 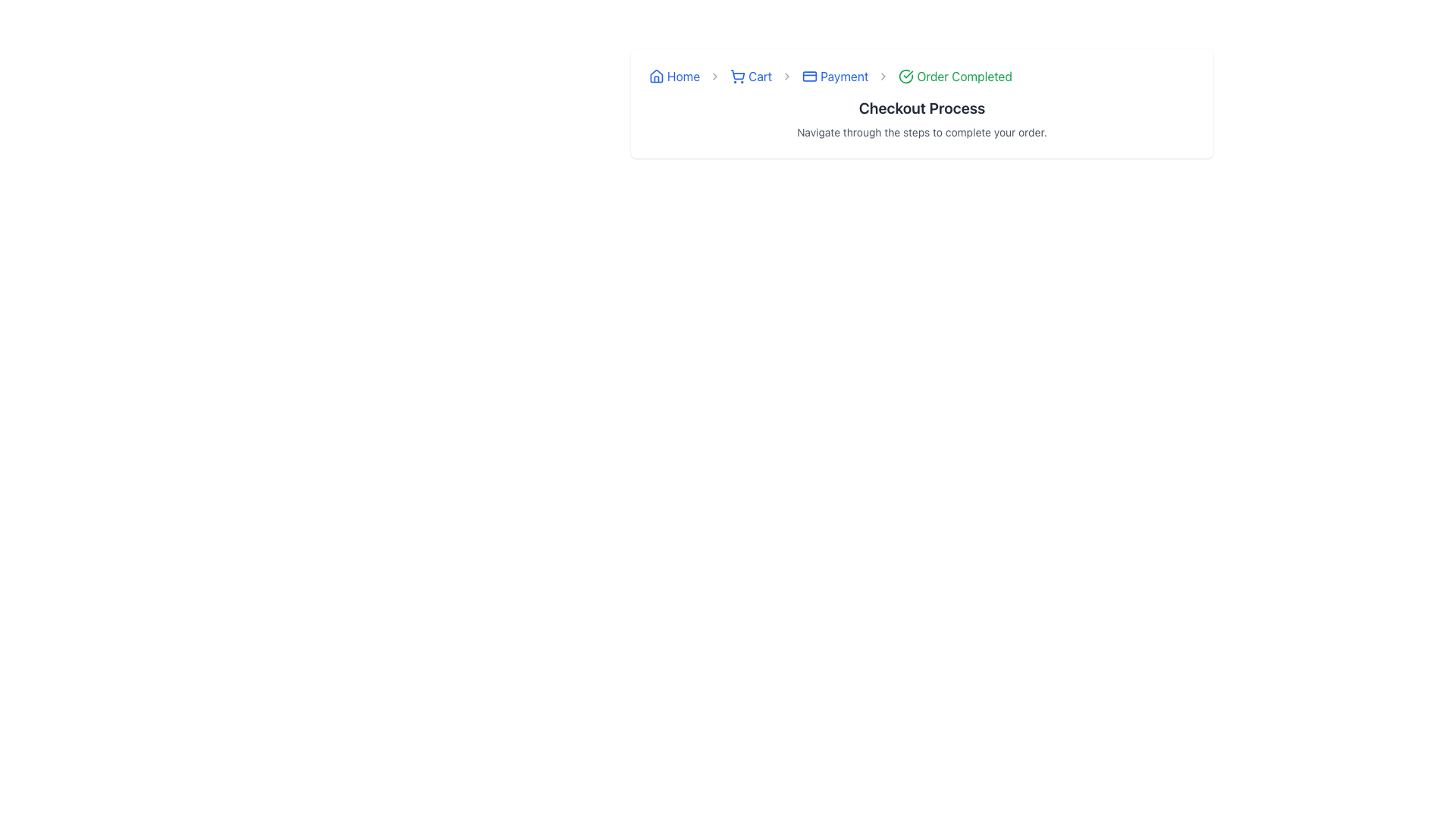 What do you see at coordinates (883, 76) in the screenshot?
I see `the right-pointing chevron icon in the breadcrumb navigation, which separates the 'Payment' and 'Order Completed' labels` at bounding box center [883, 76].